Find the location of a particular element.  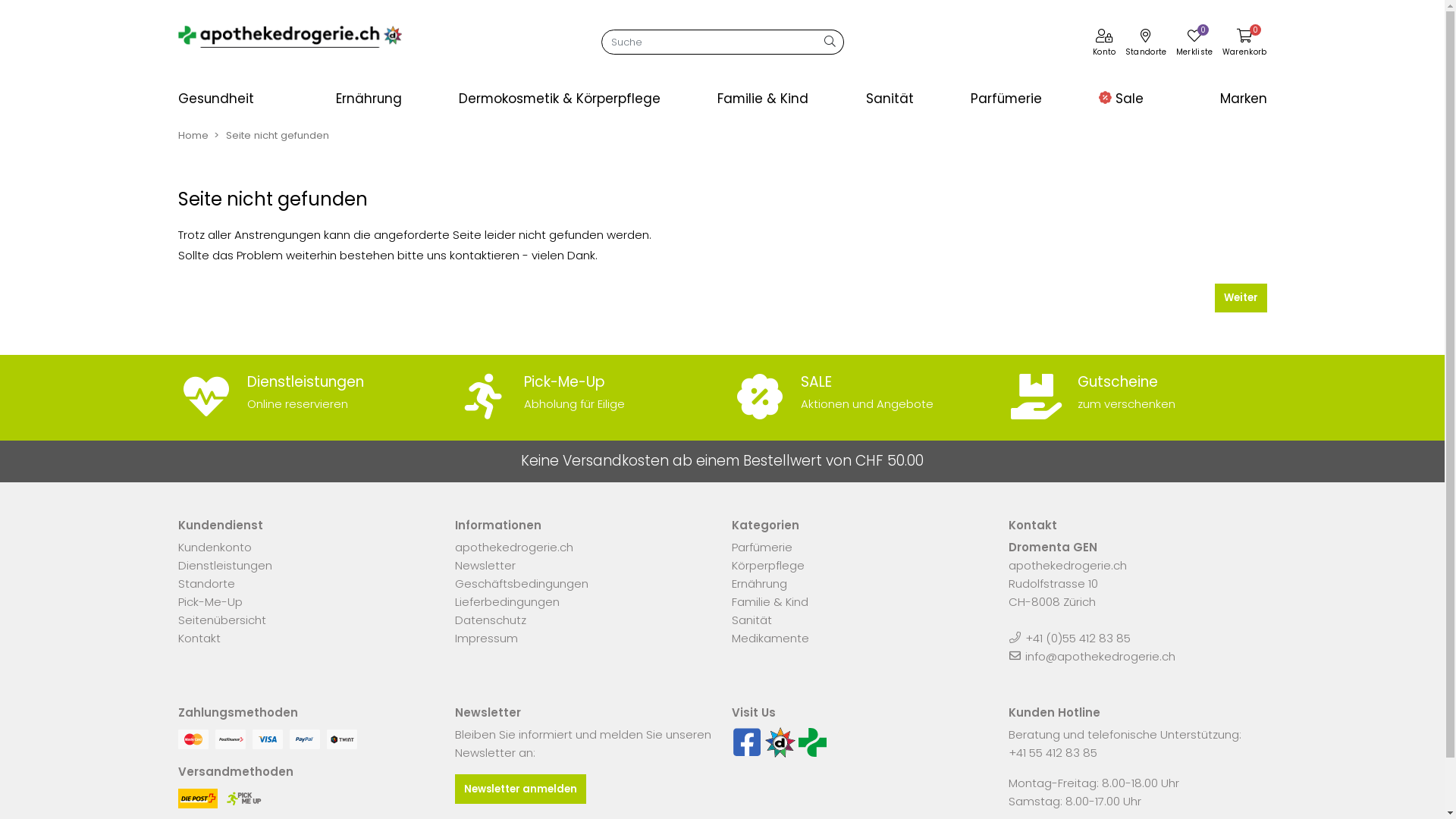

'Gesundheit' is located at coordinates (243, 99).